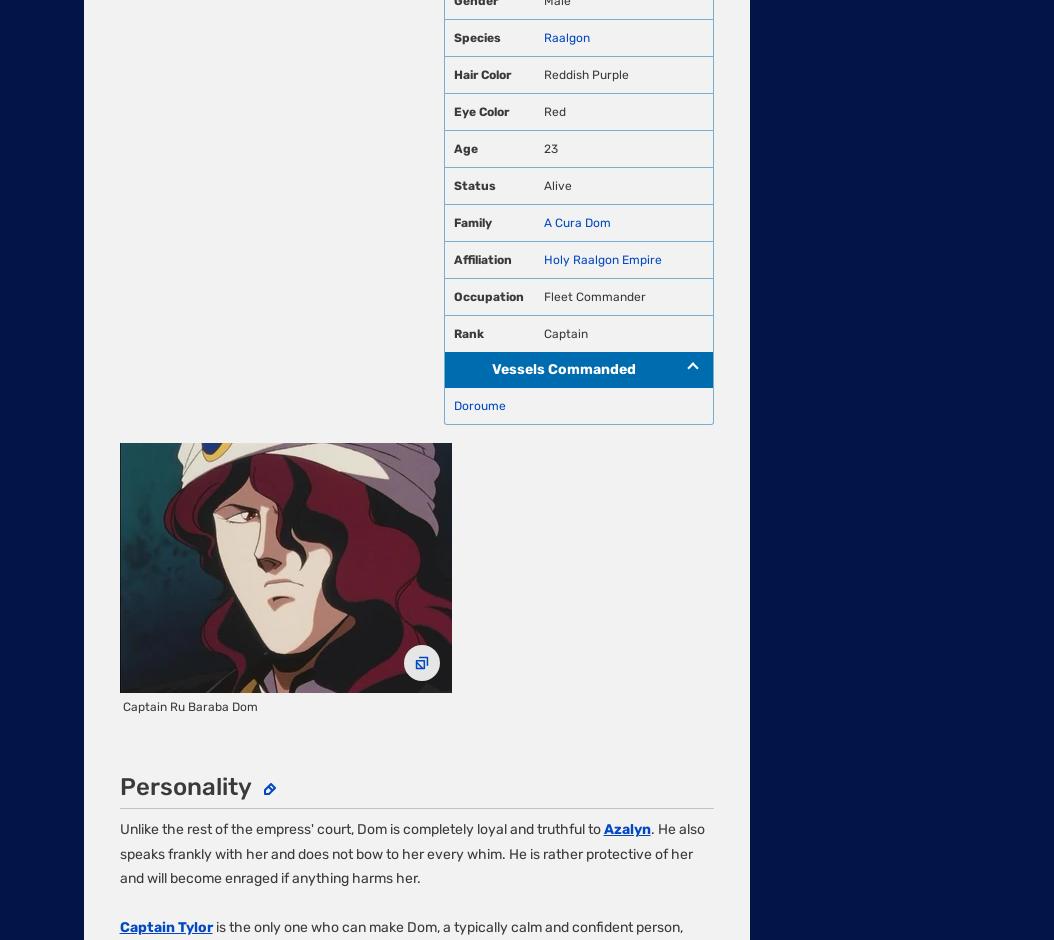 The height and width of the screenshot is (940, 1054). Describe the element at coordinates (109, 588) in the screenshot. I see `'Support'` at that location.